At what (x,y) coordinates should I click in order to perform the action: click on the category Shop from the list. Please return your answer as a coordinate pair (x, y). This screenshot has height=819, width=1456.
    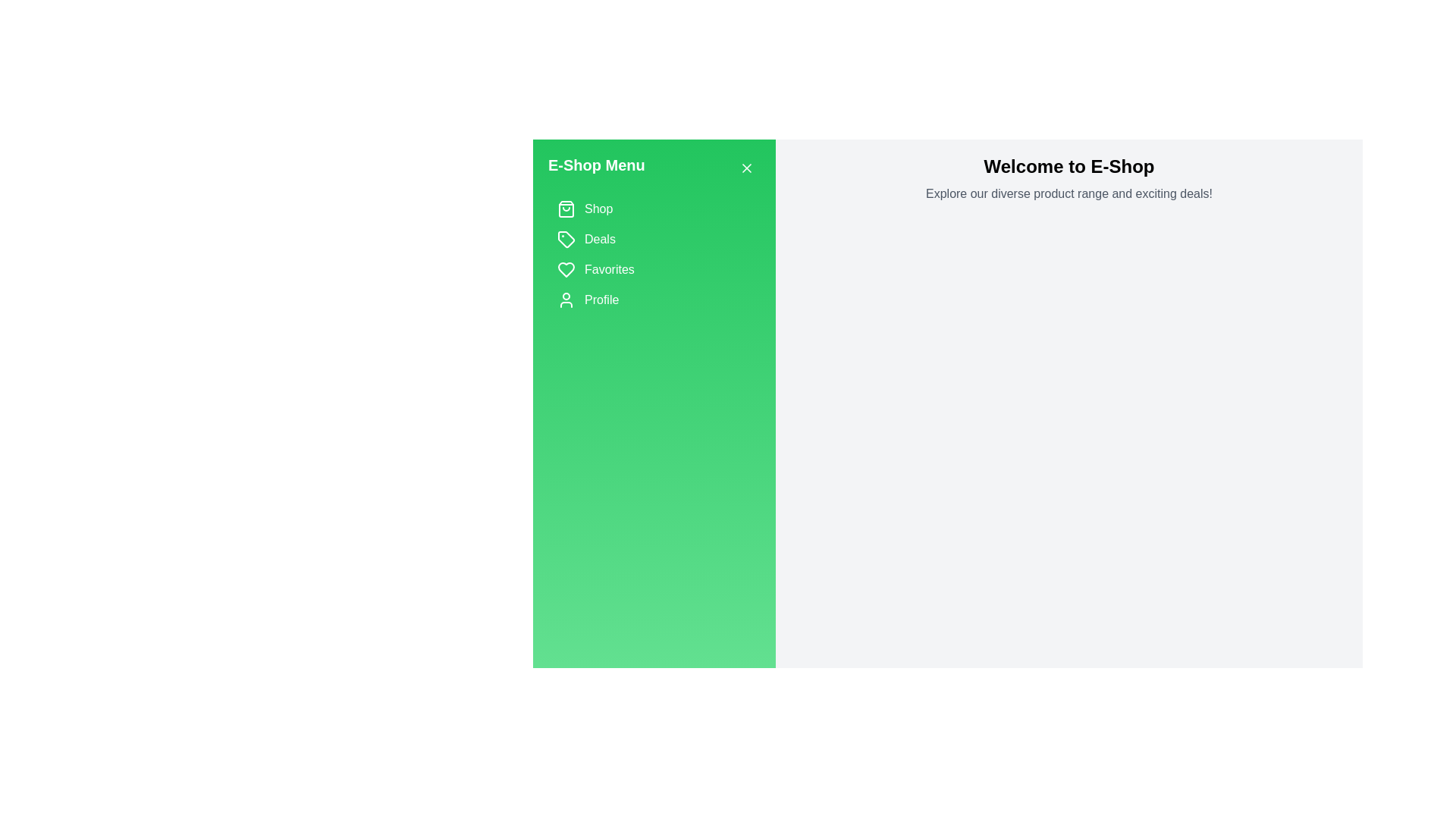
    Looking at the image, I should click on (654, 209).